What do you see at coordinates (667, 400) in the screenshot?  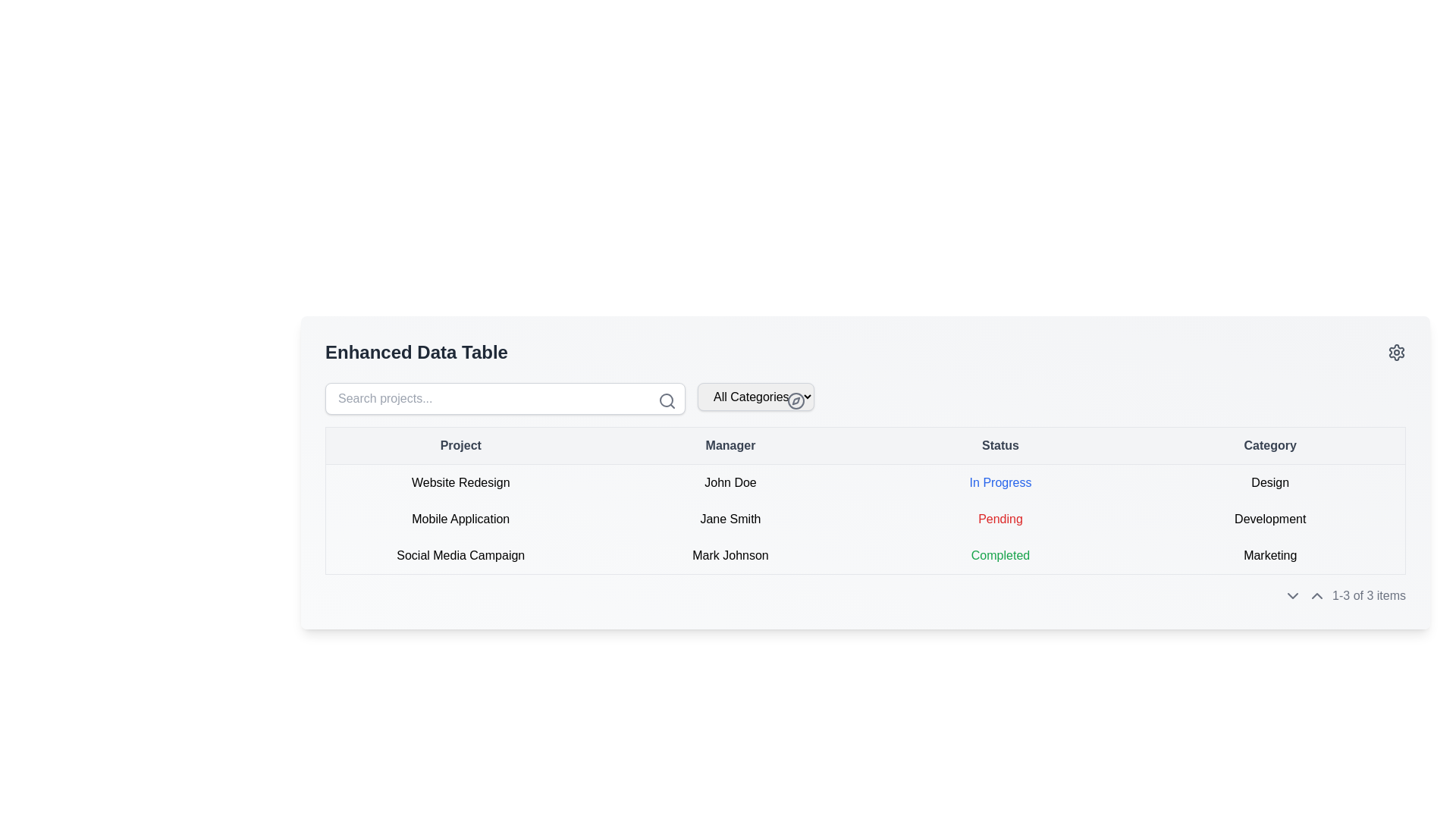 I see `the search icon located at the right end of the search input field, adjacent to the dropdown menu` at bounding box center [667, 400].